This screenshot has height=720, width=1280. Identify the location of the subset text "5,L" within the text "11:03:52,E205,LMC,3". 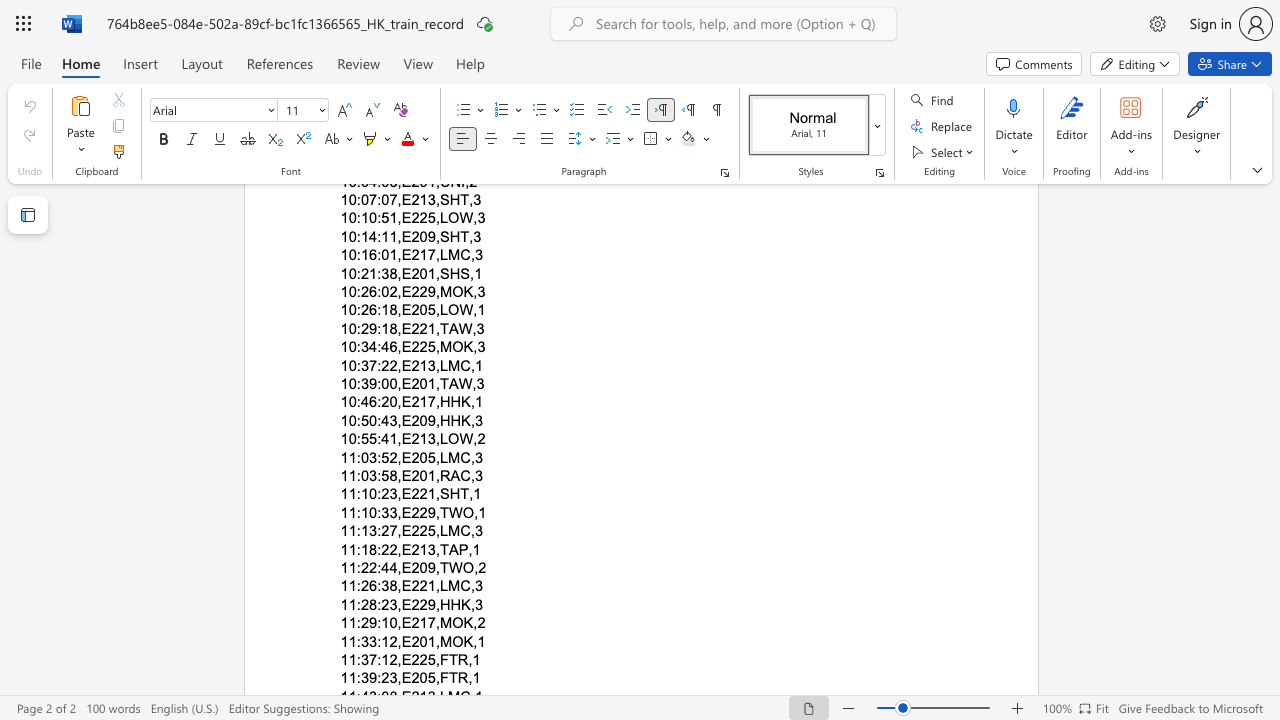
(426, 457).